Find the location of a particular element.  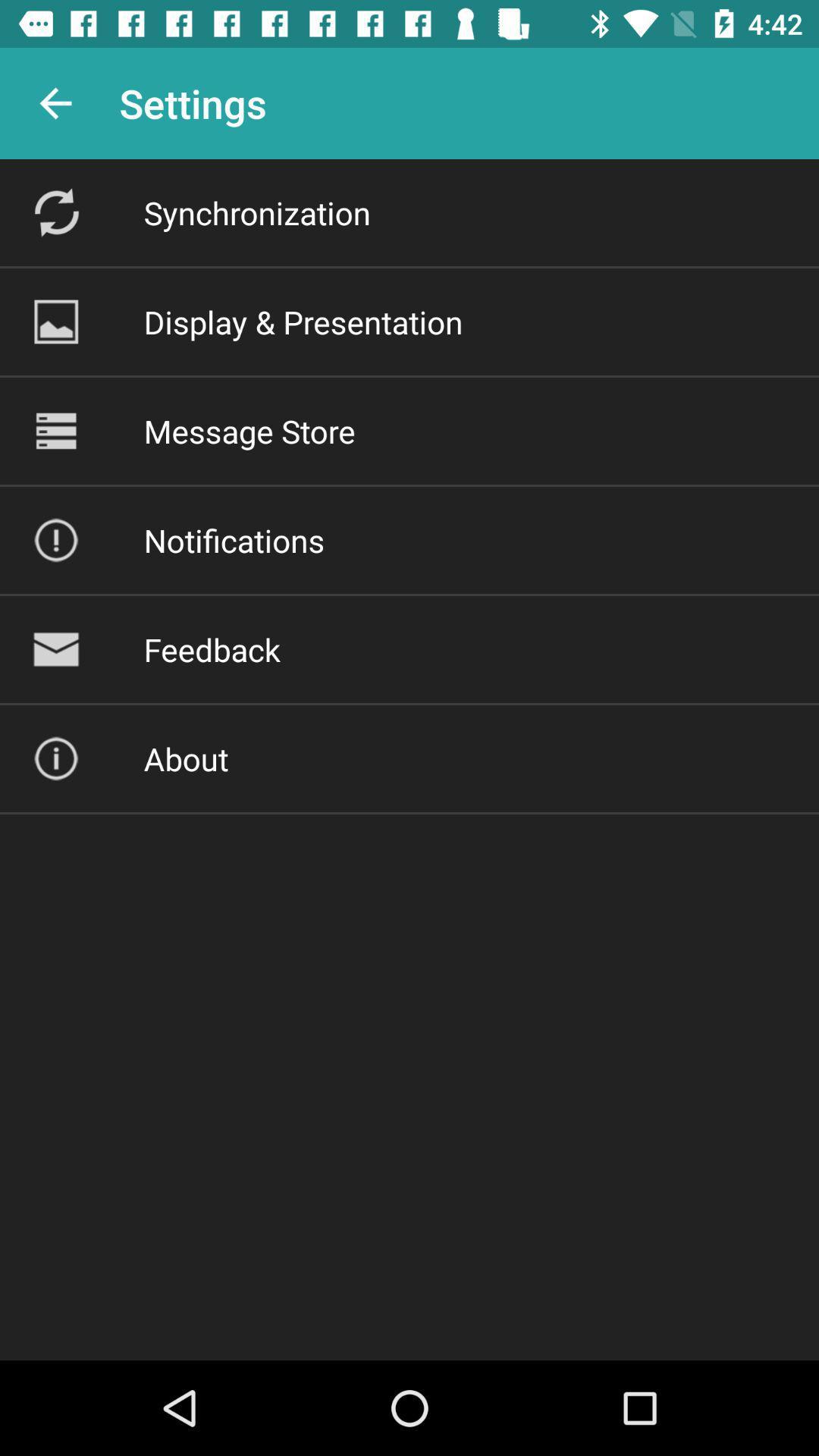

the synchronization item is located at coordinates (256, 212).